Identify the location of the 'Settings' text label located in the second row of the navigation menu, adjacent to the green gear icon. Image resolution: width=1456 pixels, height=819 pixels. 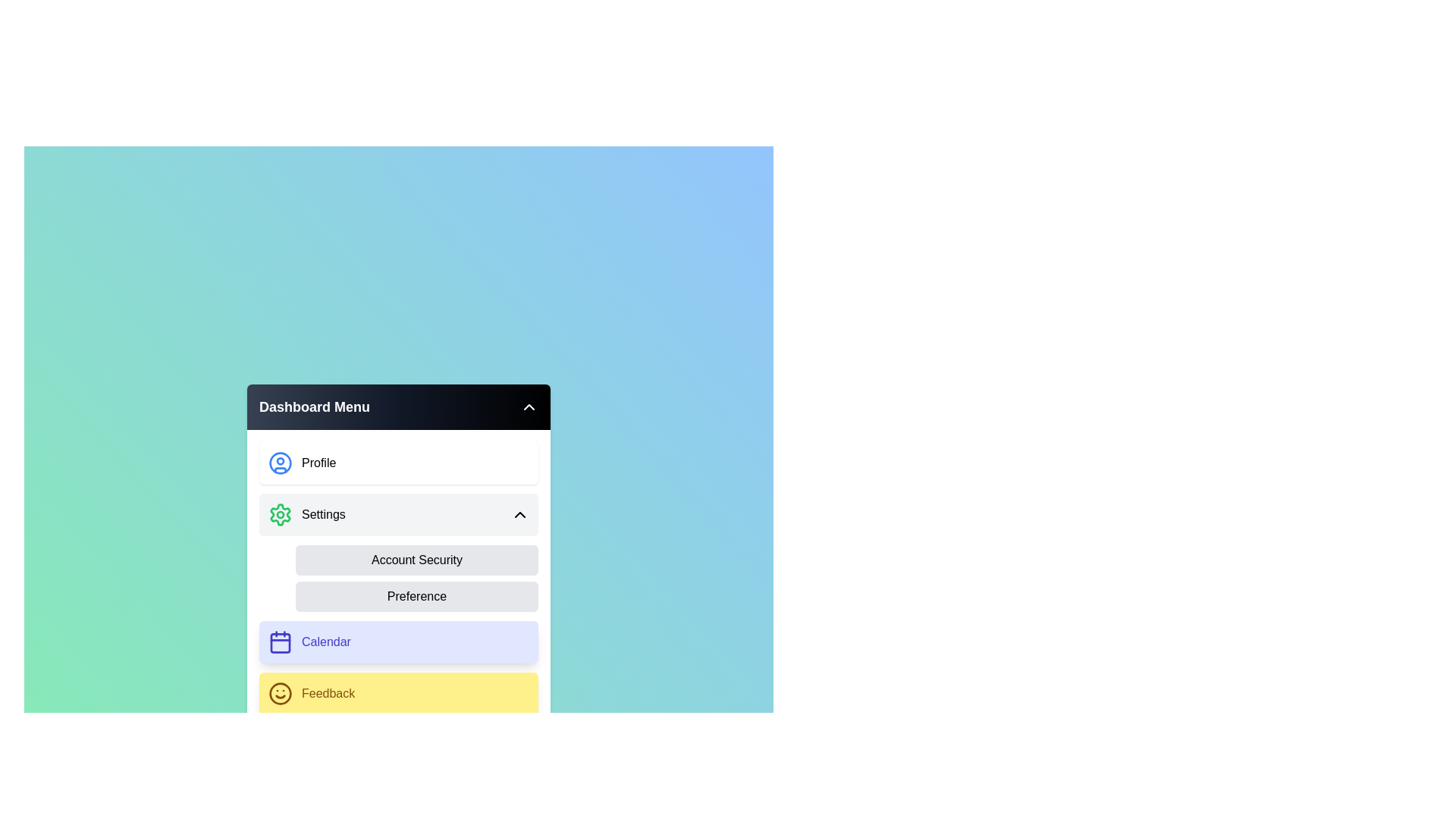
(322, 513).